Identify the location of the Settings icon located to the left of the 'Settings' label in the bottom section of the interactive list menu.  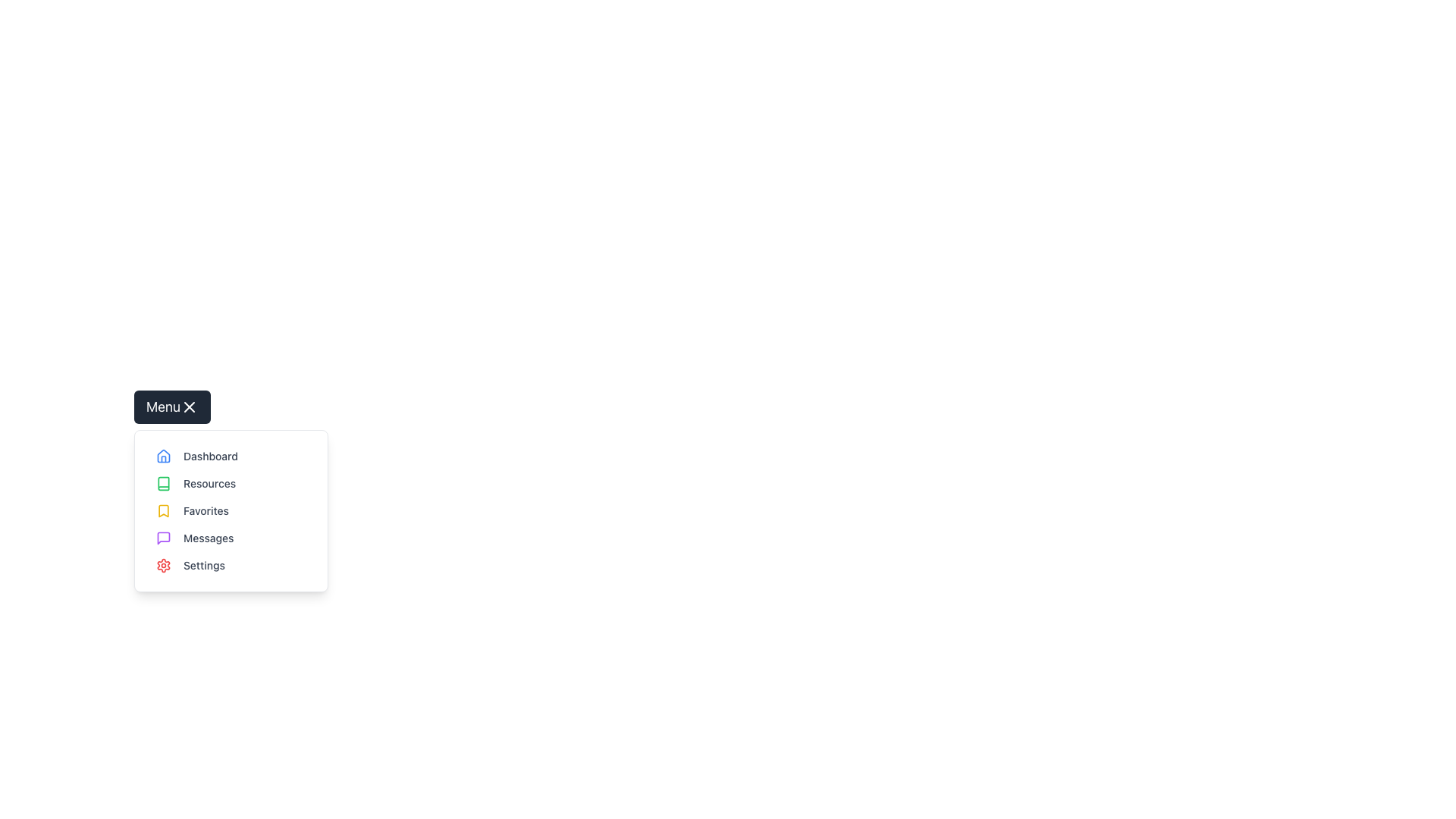
(164, 565).